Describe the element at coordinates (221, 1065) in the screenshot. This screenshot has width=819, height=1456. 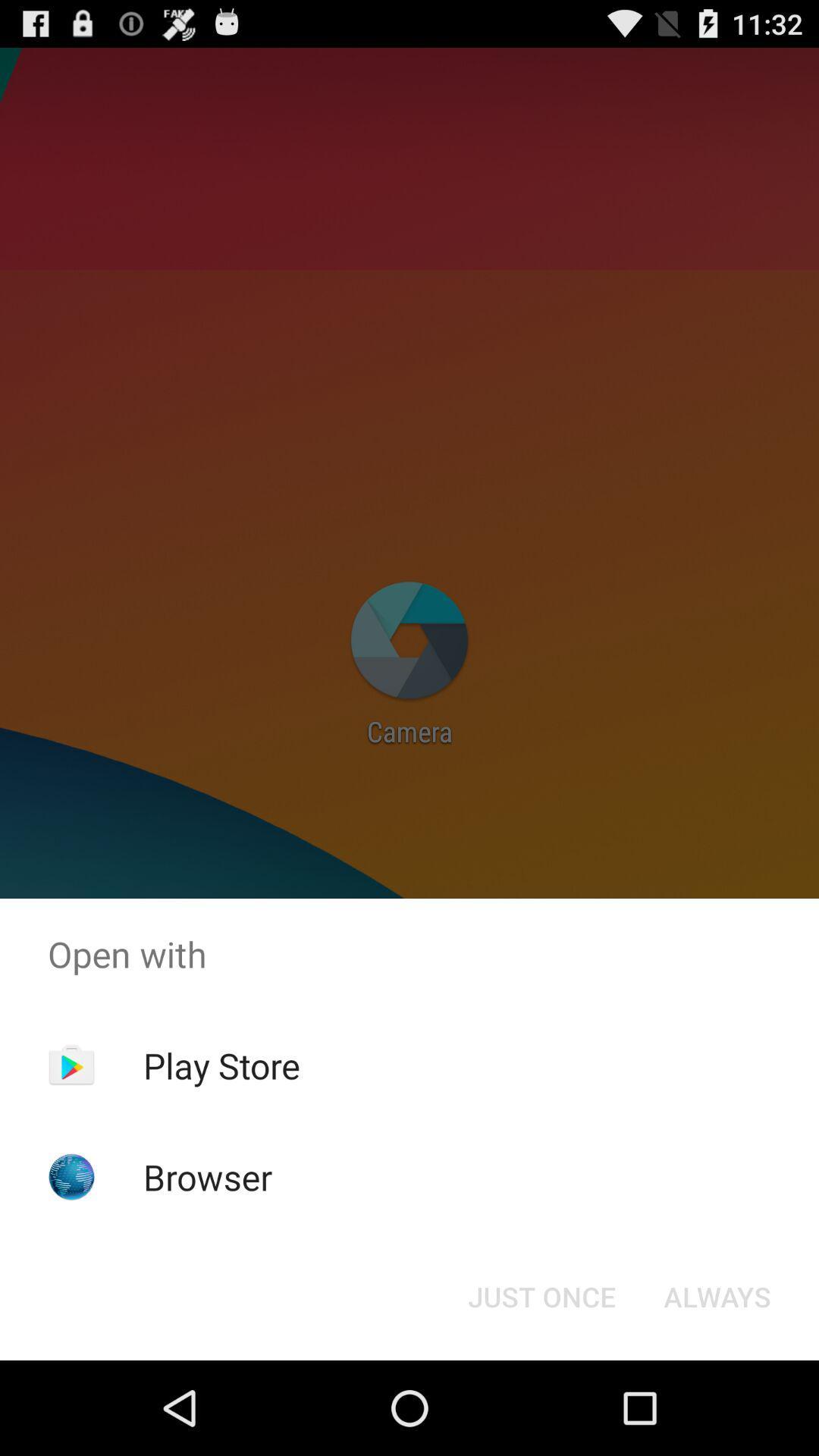
I see `the app above the browser app` at that location.